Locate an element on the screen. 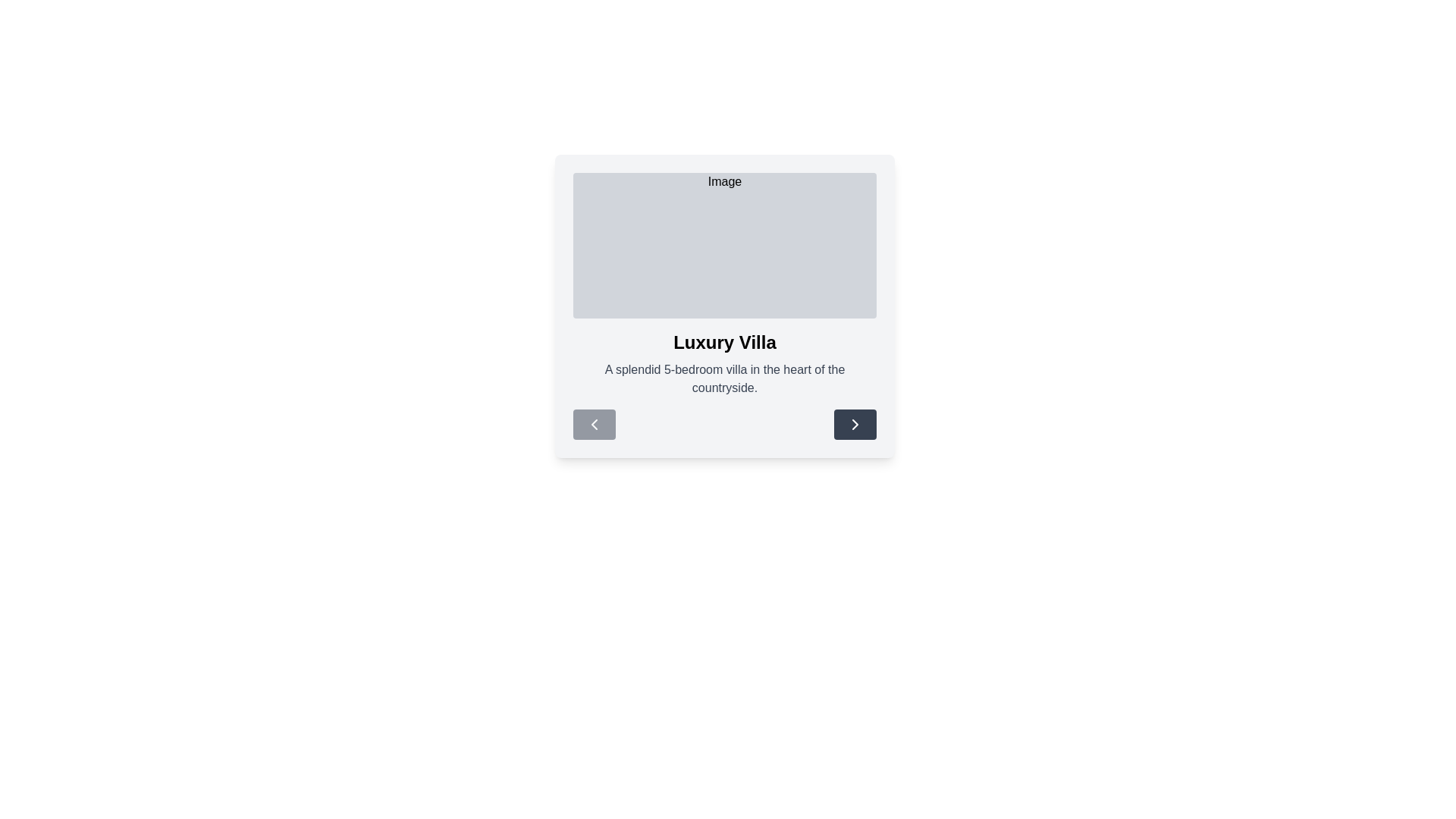  the navigation button with a dark gray background and a white arrow icon pointing to the right, located at the bottom-right of the visible card is located at coordinates (855, 424).